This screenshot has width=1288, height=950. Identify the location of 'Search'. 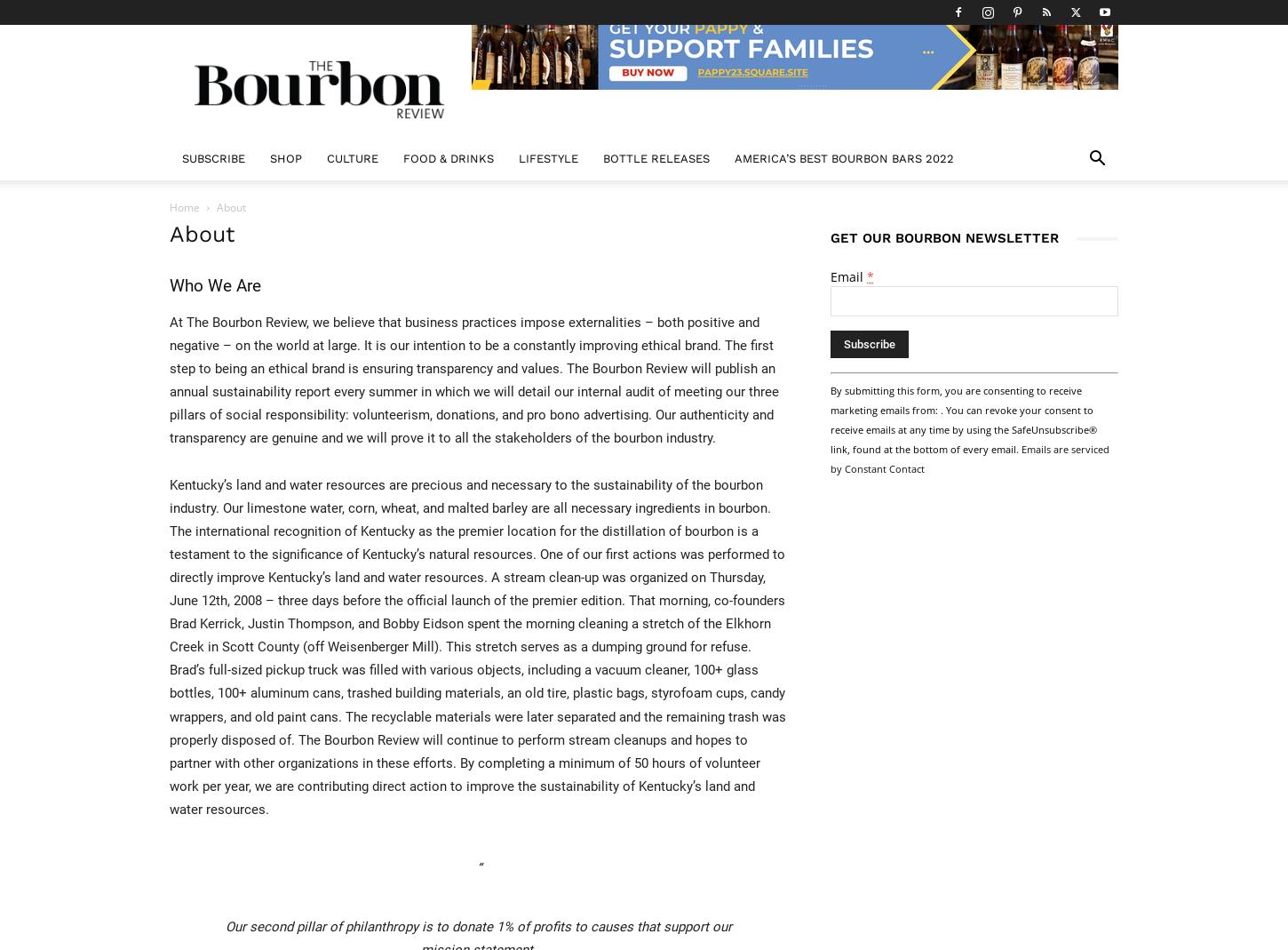
(642, 89).